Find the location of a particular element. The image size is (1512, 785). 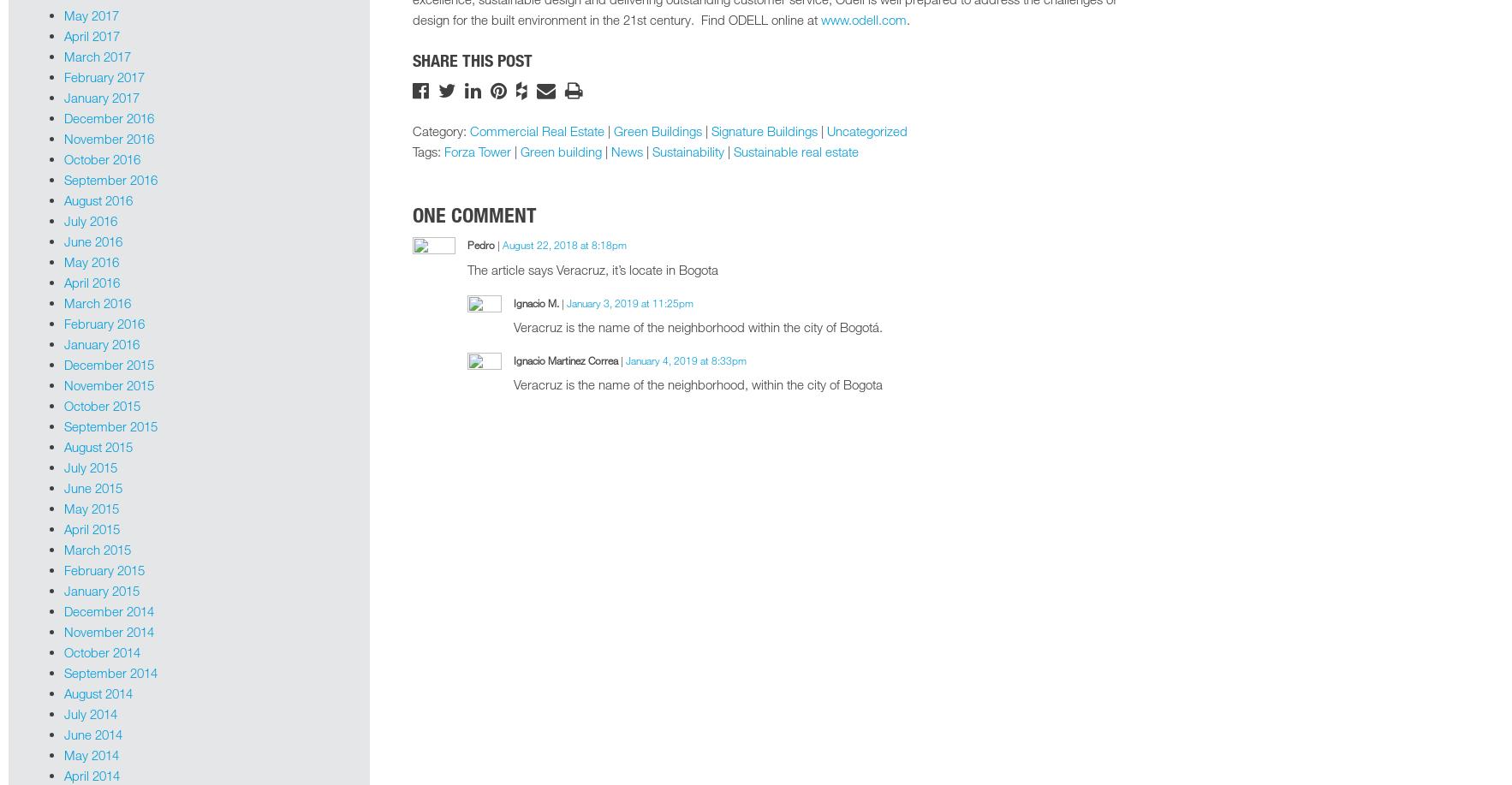

'Share this Post' is located at coordinates (471, 58).